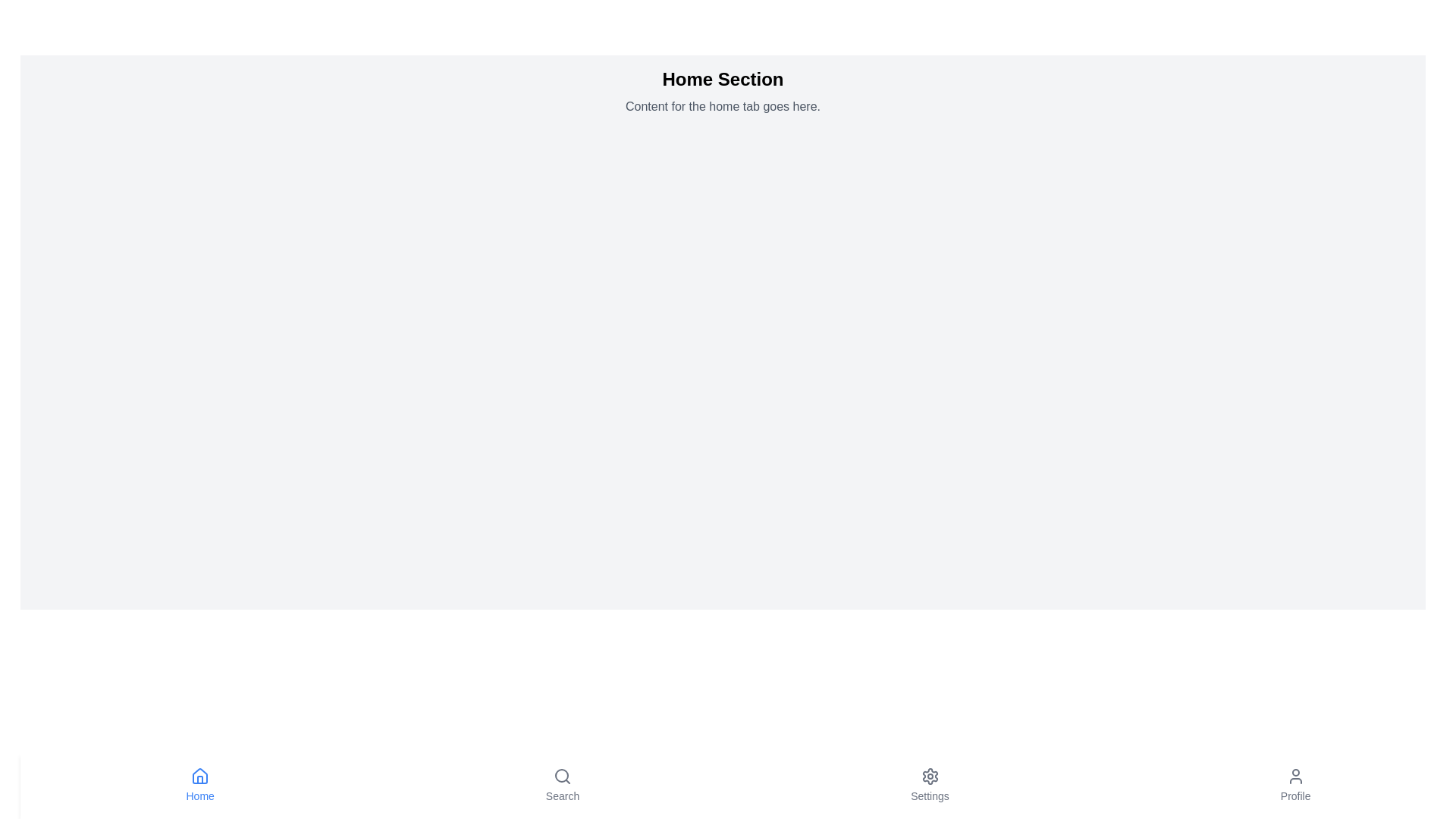 The image size is (1456, 819). Describe the element at coordinates (199, 780) in the screenshot. I see `the house icon which encompasses the decorative vector graphic located at the center-bottom of the house icon in the navigation bar` at that location.